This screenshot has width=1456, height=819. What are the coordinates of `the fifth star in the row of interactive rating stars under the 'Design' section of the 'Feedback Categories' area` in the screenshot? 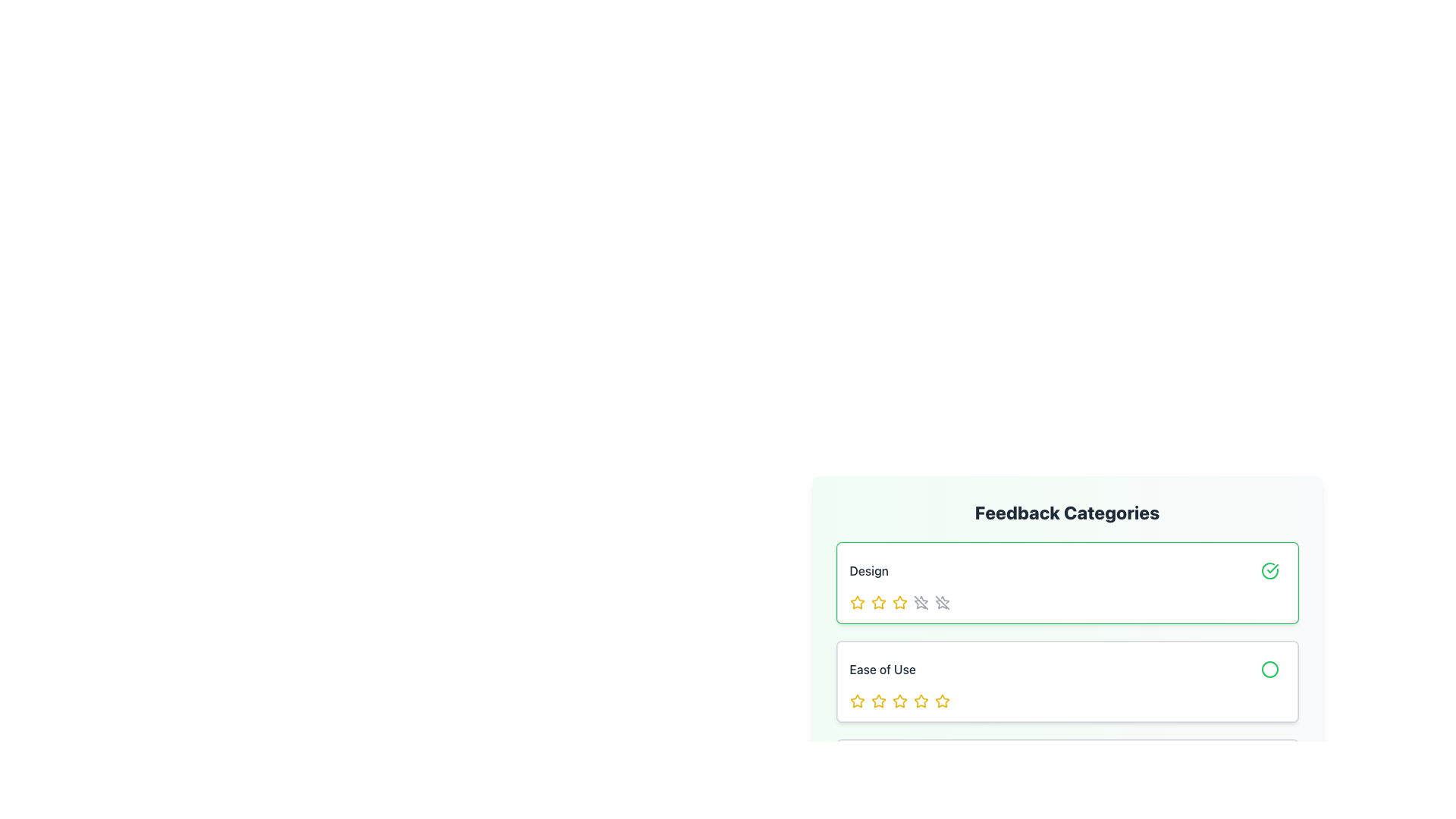 It's located at (941, 601).